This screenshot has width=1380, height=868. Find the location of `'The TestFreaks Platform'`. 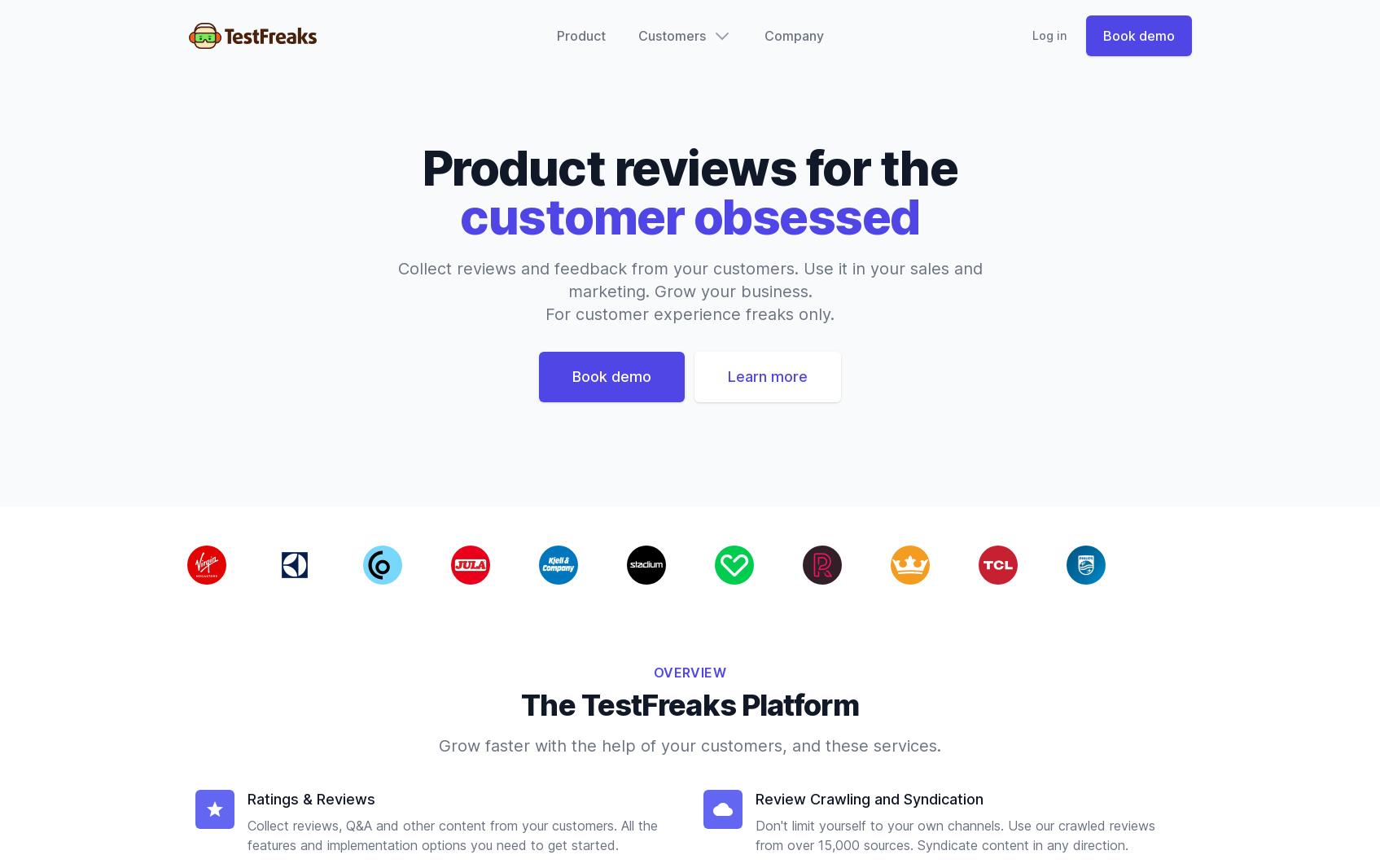

'The TestFreaks Platform' is located at coordinates (689, 705).